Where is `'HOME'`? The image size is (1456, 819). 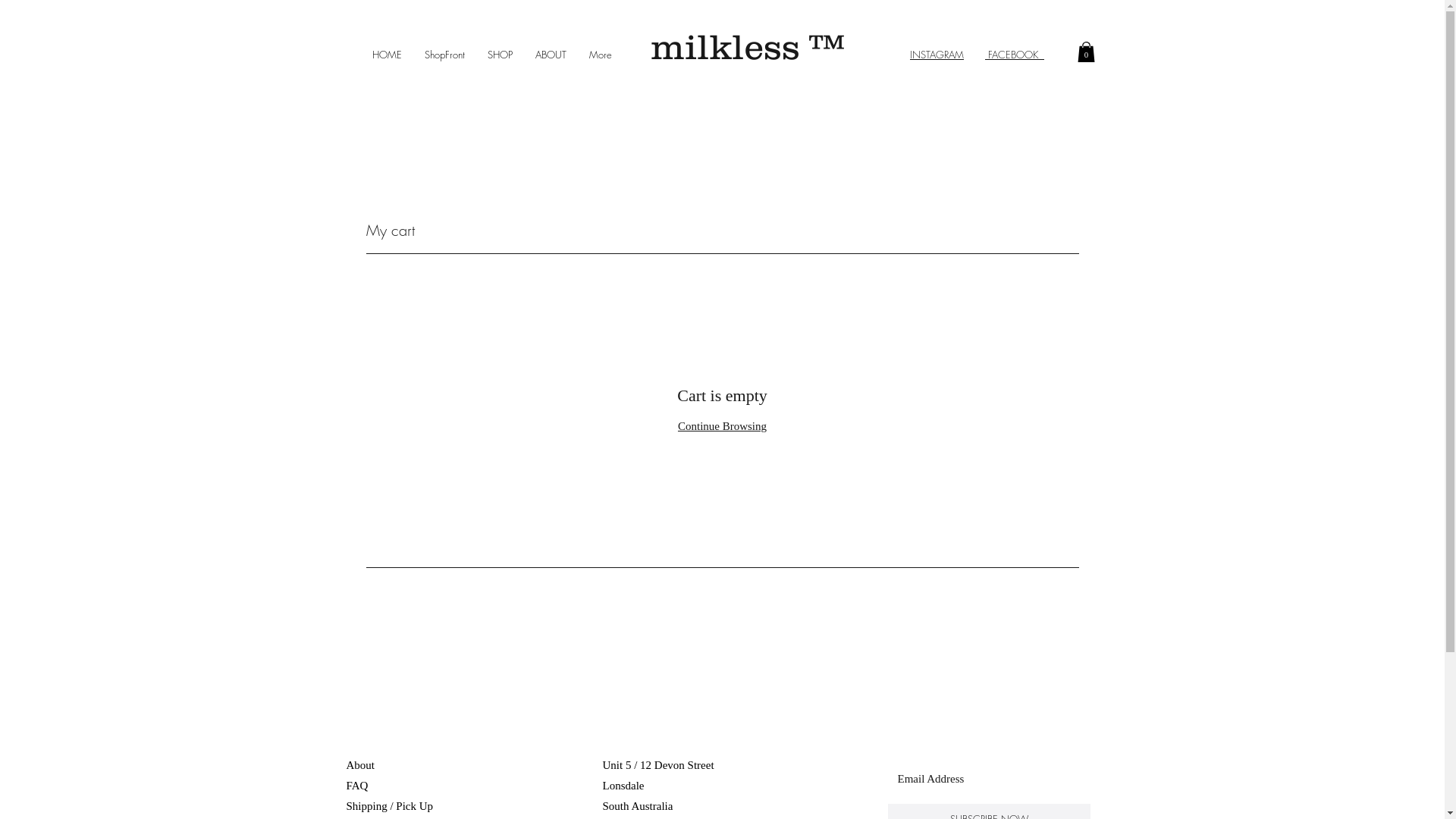
'HOME' is located at coordinates (387, 54).